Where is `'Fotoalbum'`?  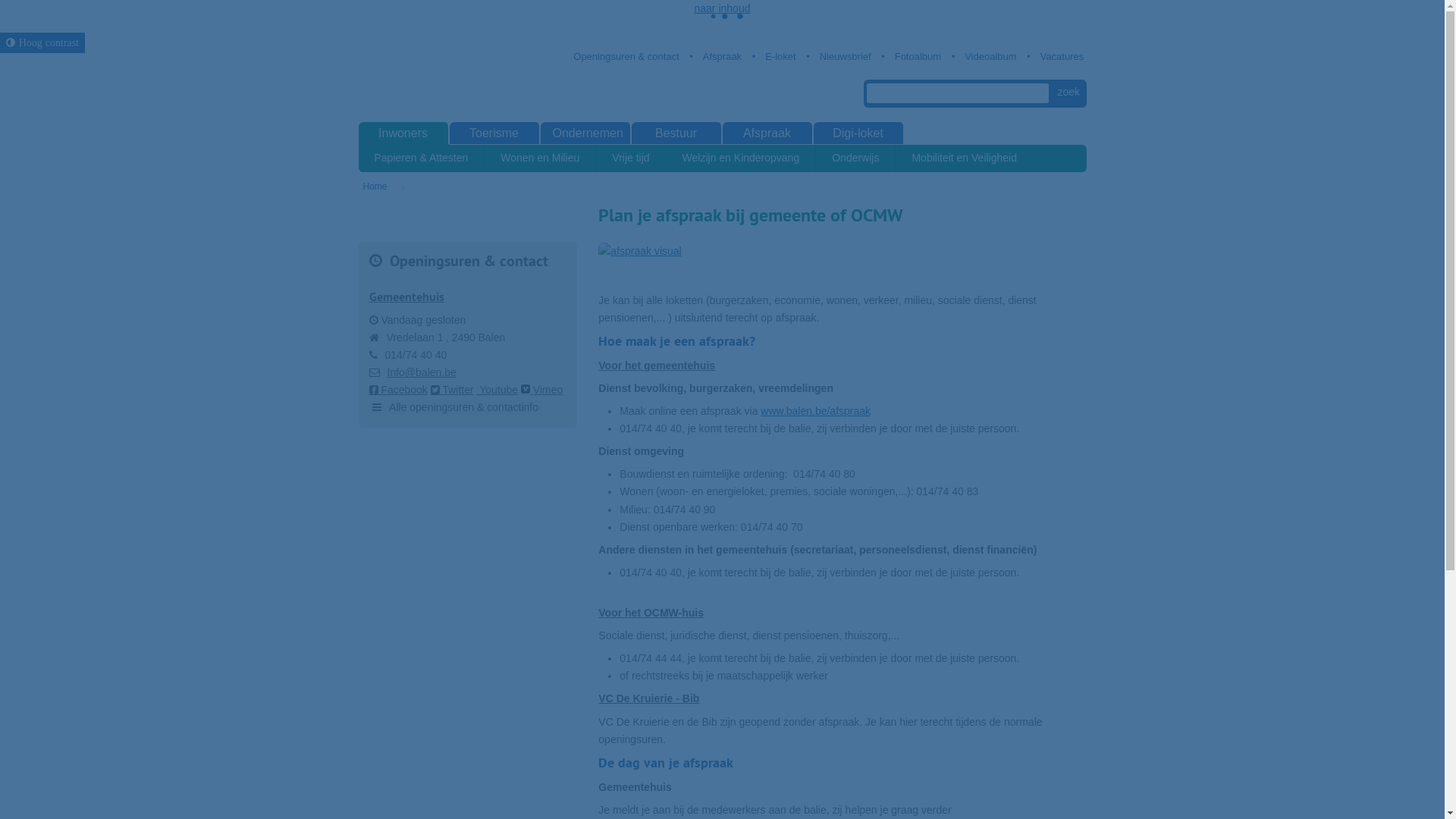 'Fotoalbum' is located at coordinates (910, 55).